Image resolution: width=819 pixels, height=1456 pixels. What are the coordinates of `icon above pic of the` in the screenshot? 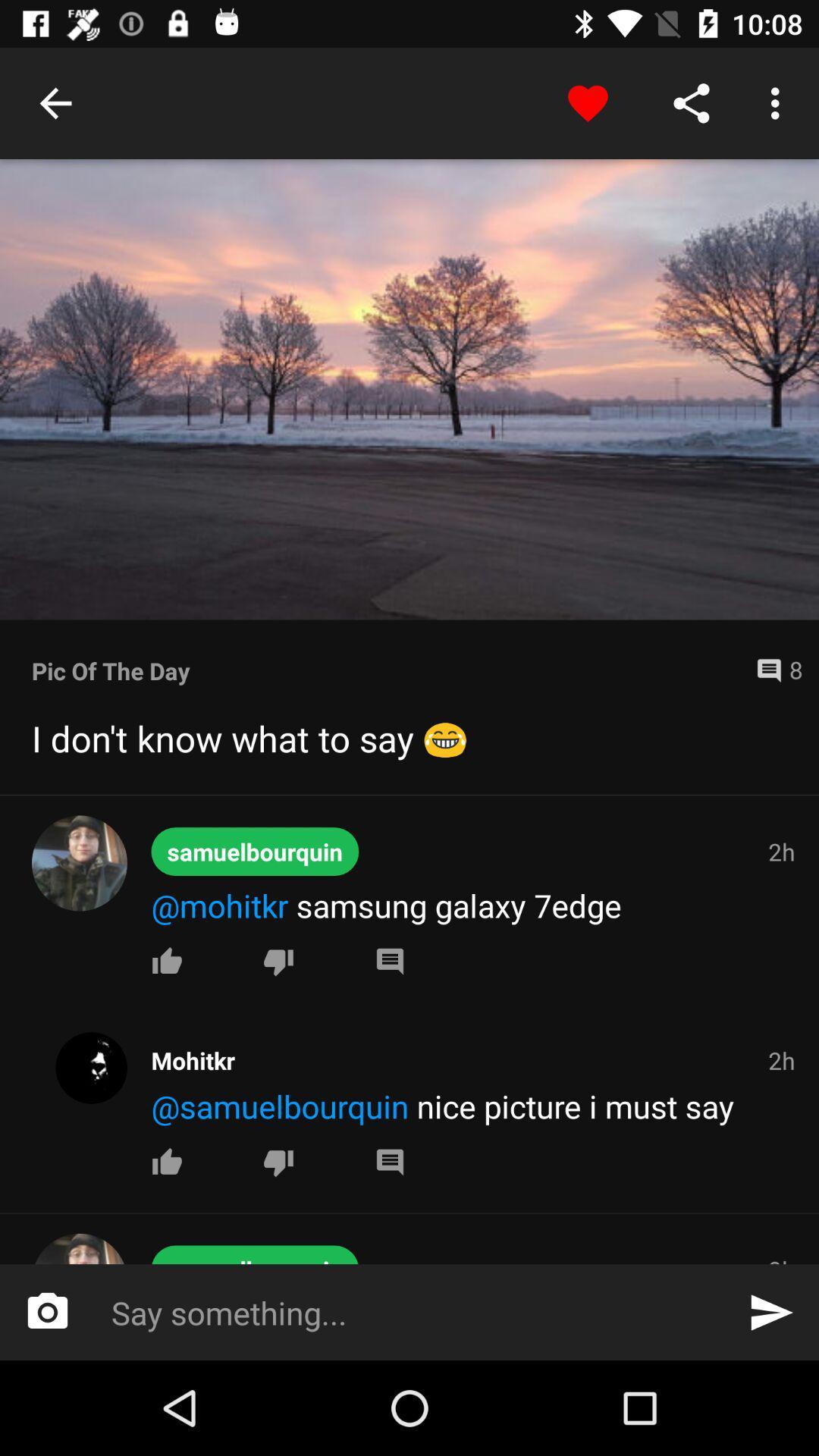 It's located at (409, 389).